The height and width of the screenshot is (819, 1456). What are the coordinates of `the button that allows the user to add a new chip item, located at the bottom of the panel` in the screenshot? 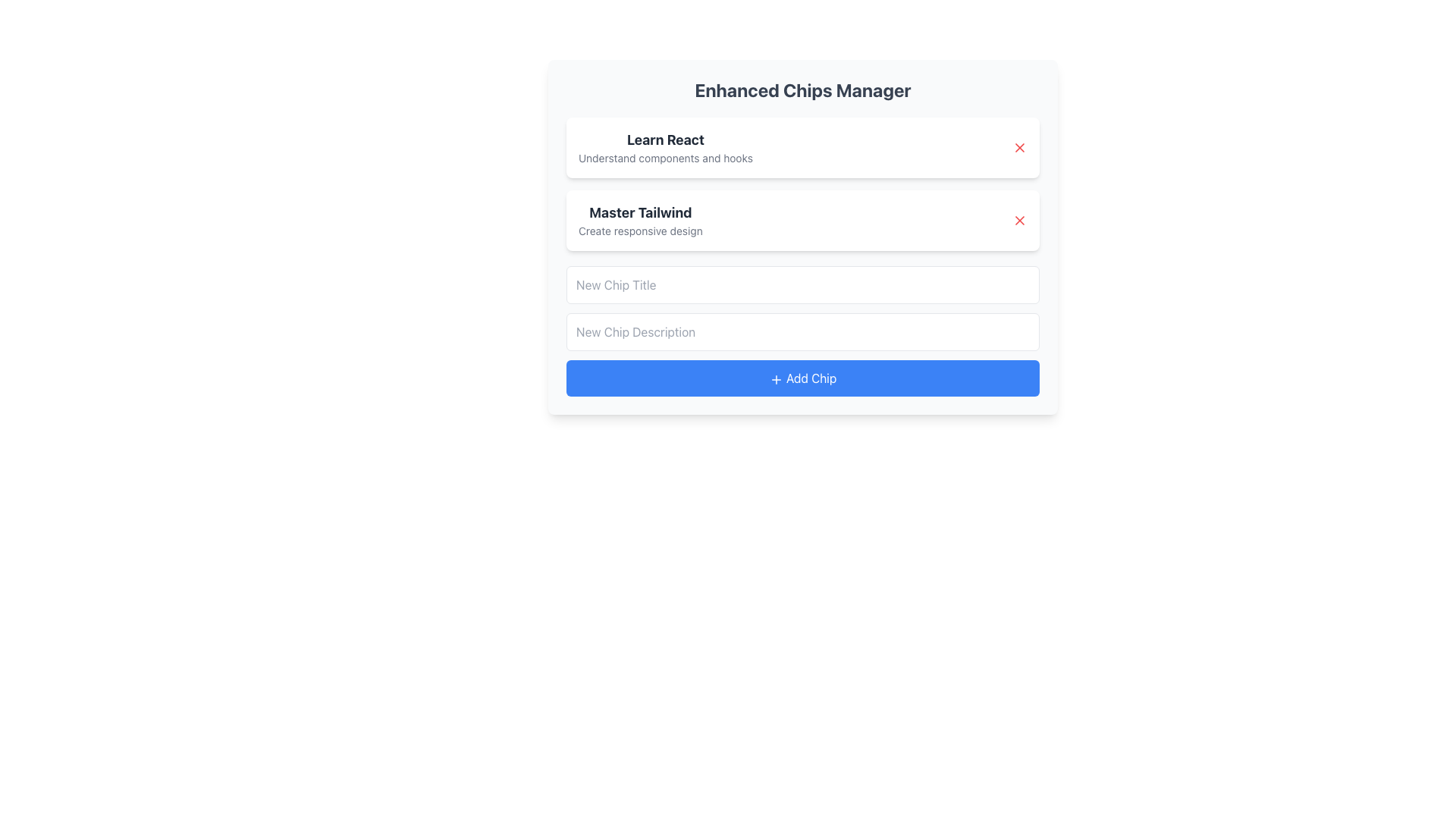 It's located at (802, 377).